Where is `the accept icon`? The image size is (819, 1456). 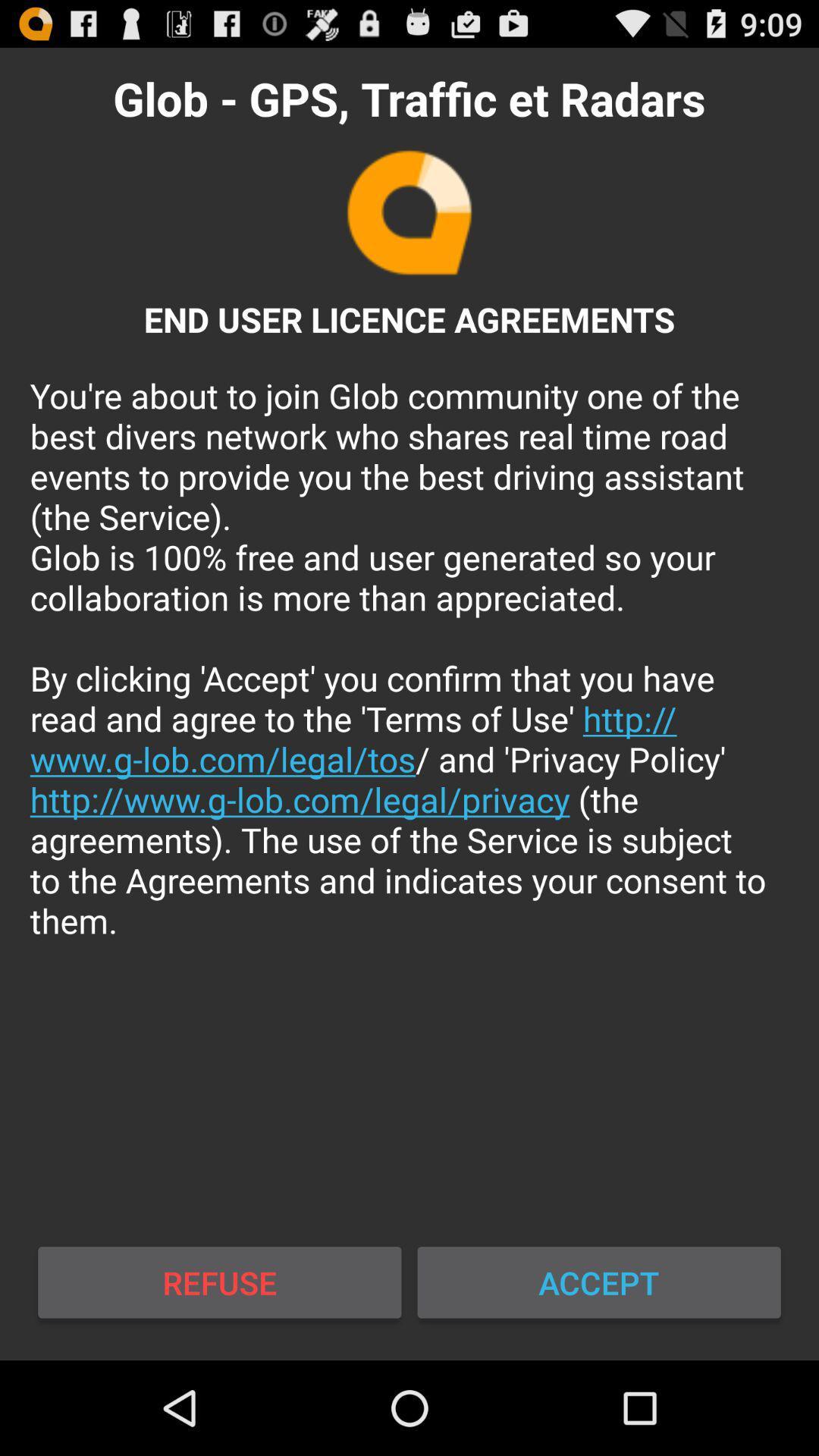
the accept icon is located at coordinates (598, 1282).